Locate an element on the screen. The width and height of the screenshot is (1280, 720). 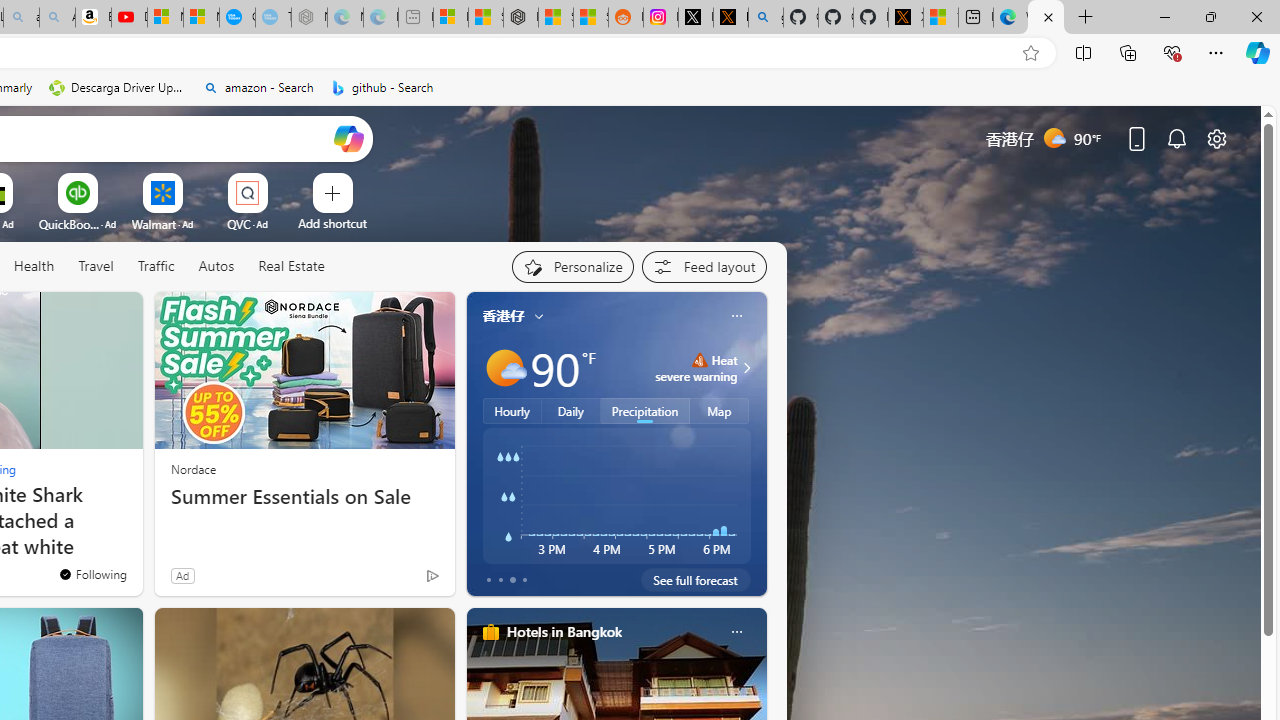
'Hide this story' is located at coordinates (81, 315).